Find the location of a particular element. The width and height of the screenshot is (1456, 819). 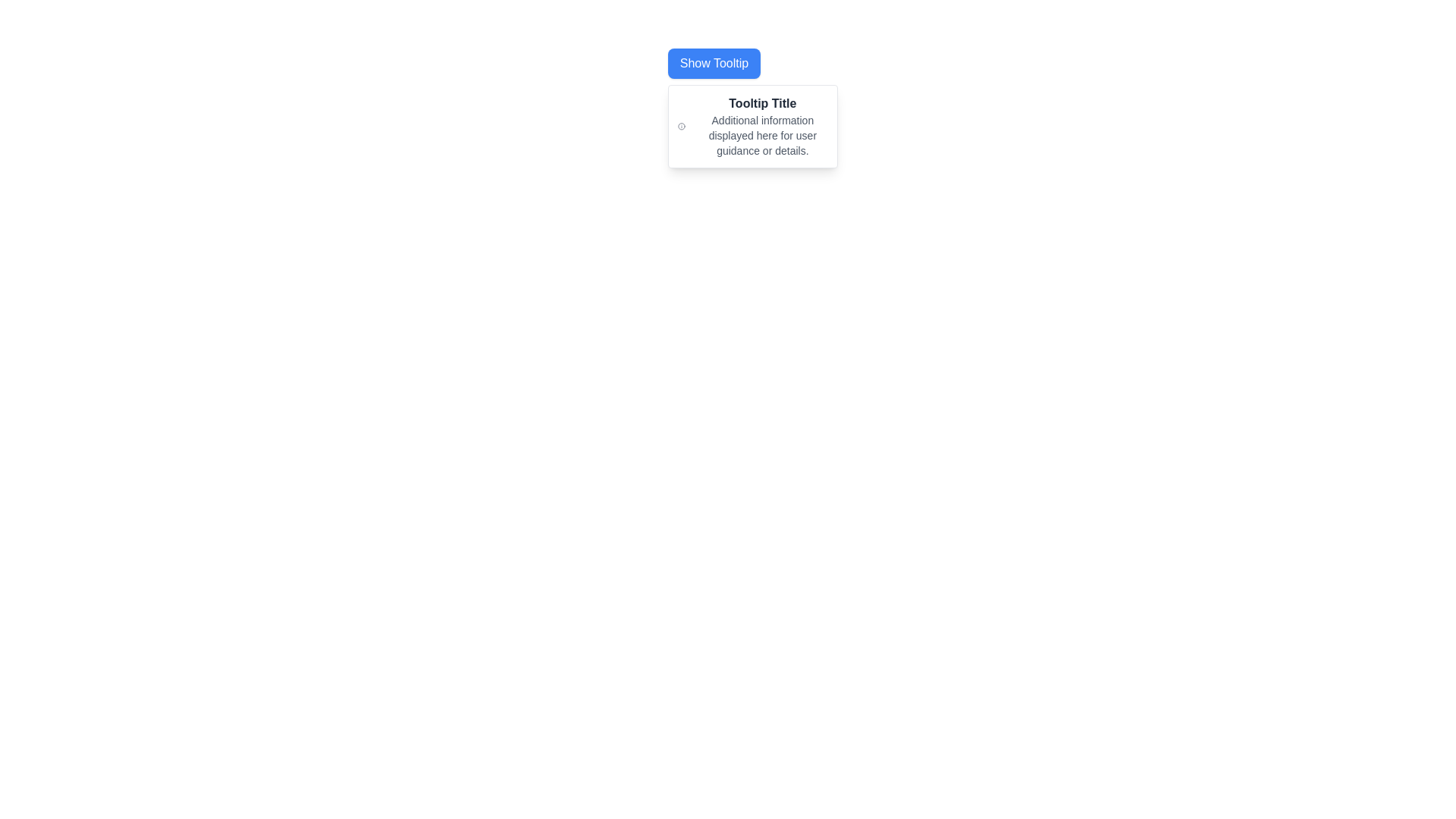

information displayed in the tooltip that appears below the 'Show Tooltip' button is located at coordinates (752, 125).